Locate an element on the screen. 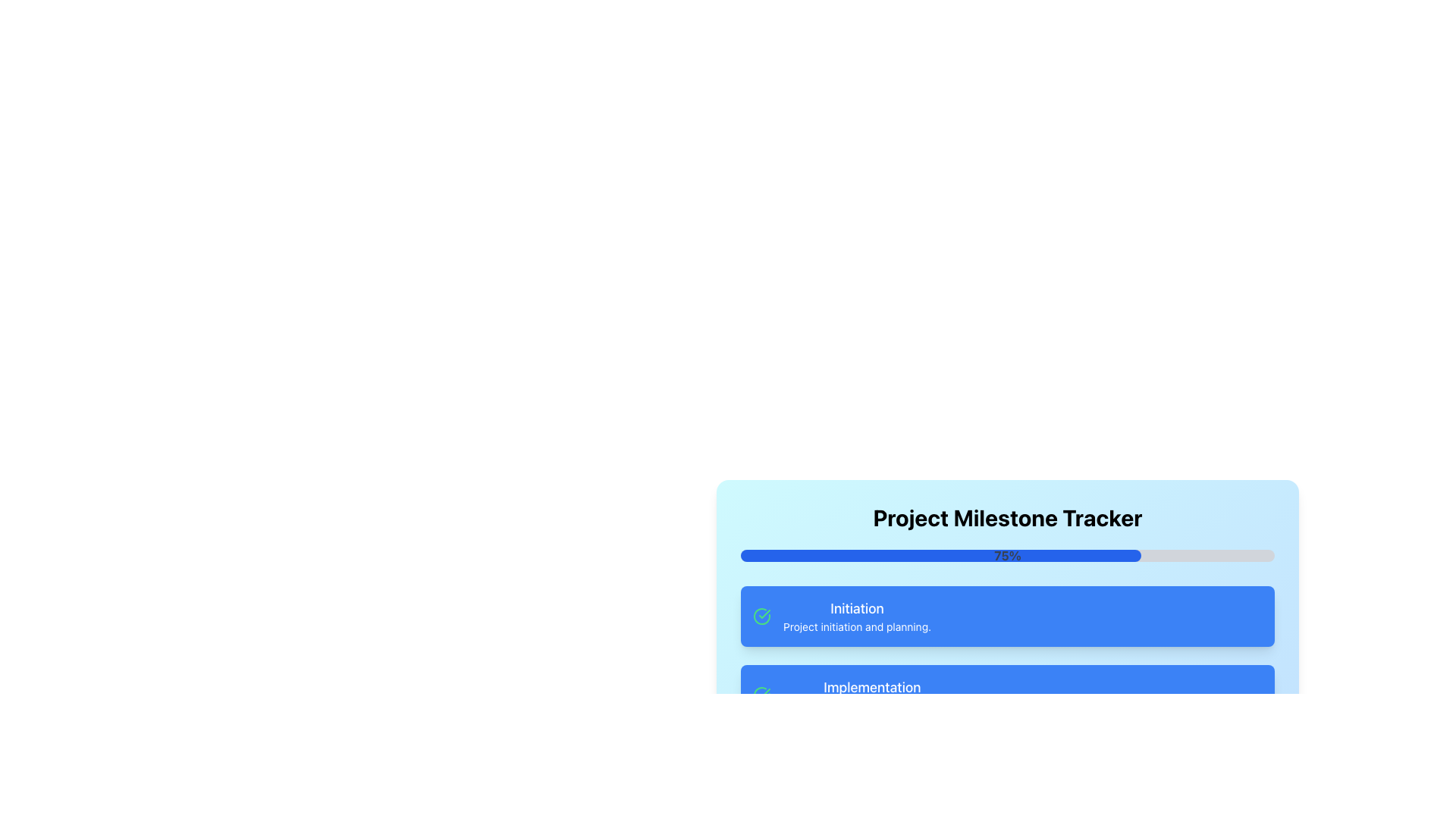  the blue icon indicating the 'Implementation' milestone in the milestone section, located to the left of the 'Implementation' text is located at coordinates (761, 695).